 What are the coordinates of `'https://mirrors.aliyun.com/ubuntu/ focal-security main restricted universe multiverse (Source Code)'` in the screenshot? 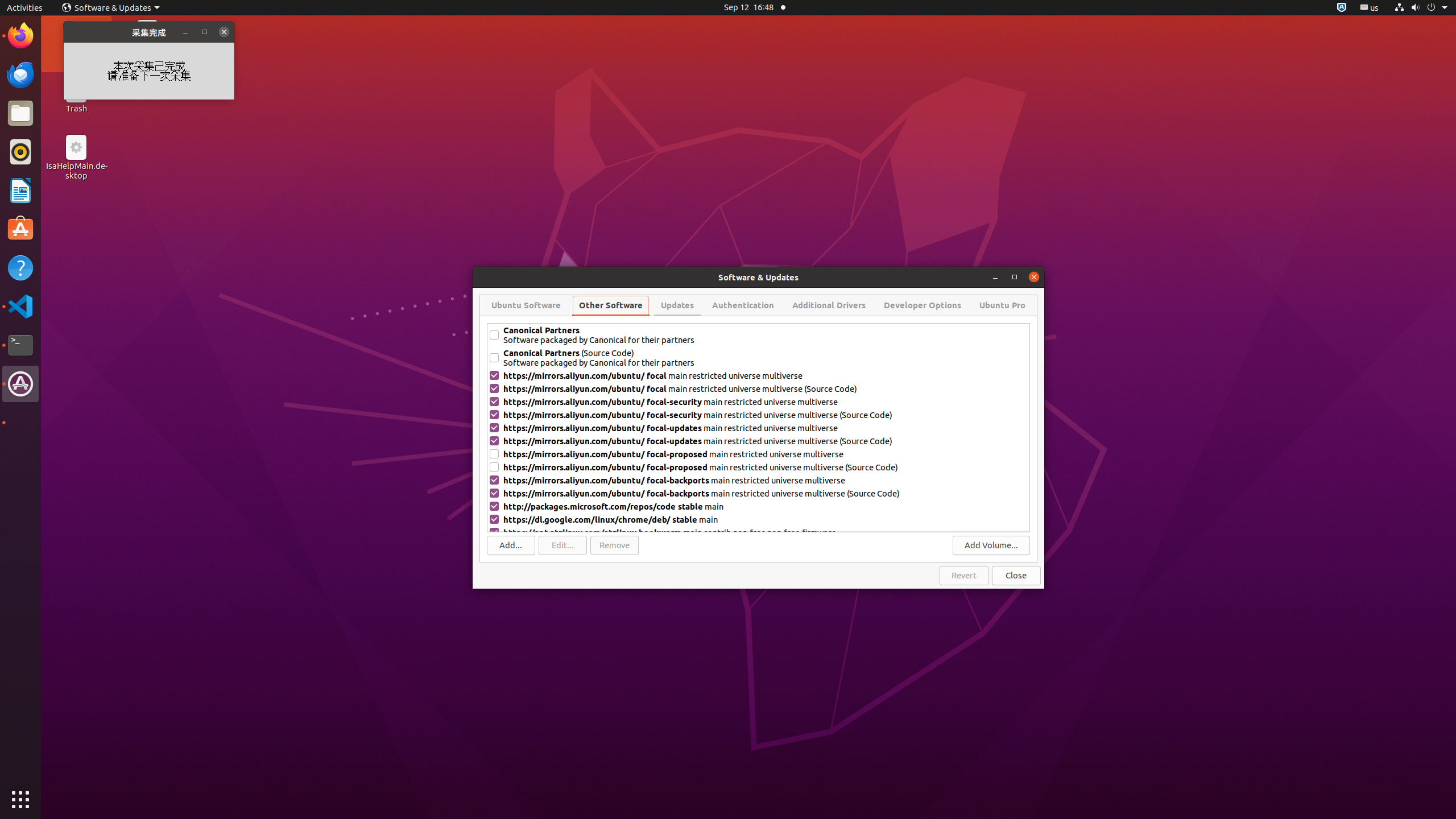 It's located at (765, 414).